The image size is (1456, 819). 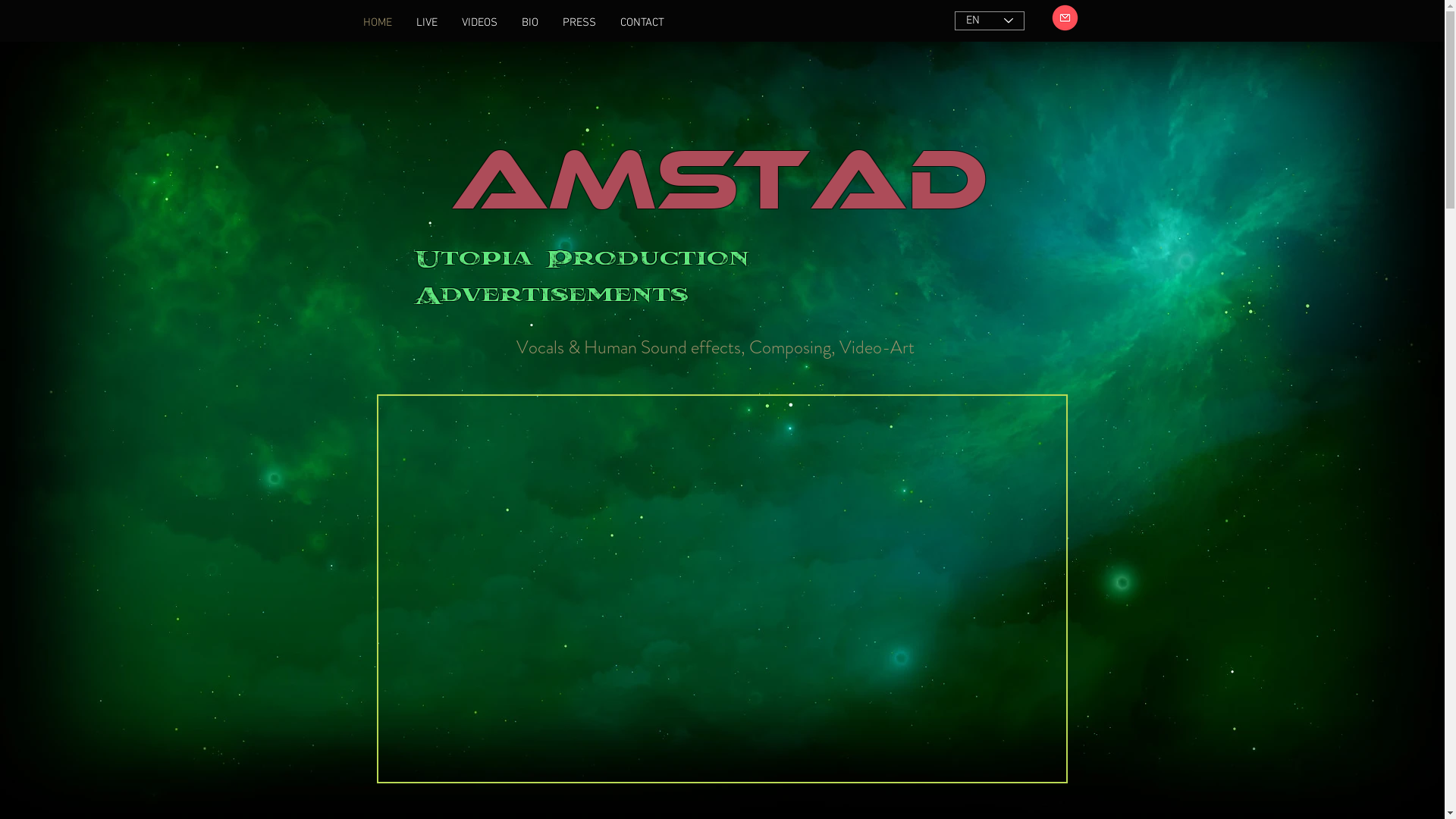 What do you see at coordinates (478, 23) in the screenshot?
I see `'VIDEOS'` at bounding box center [478, 23].